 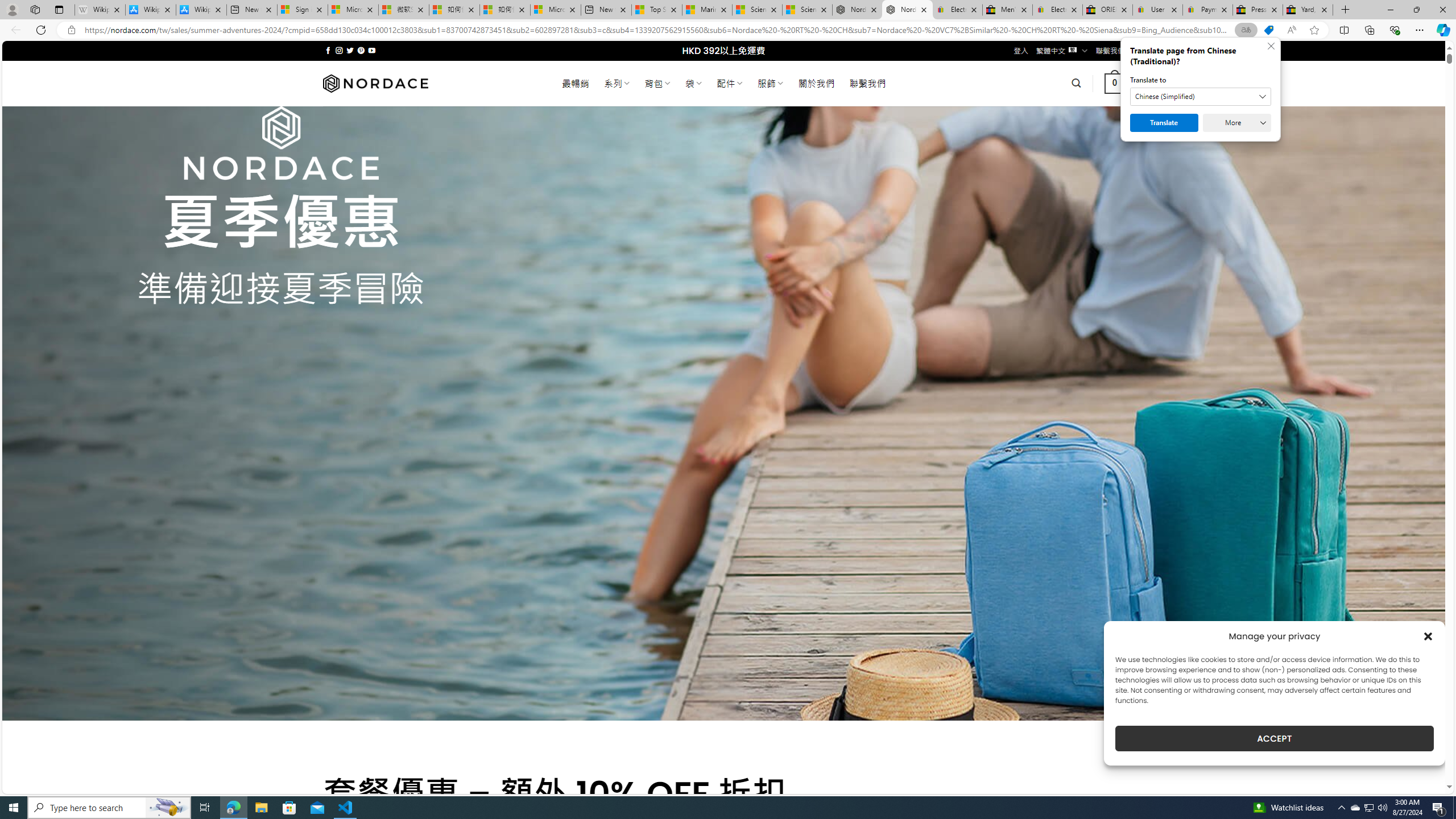 What do you see at coordinates (1115, 82) in the screenshot?
I see `' 0 '` at bounding box center [1115, 82].